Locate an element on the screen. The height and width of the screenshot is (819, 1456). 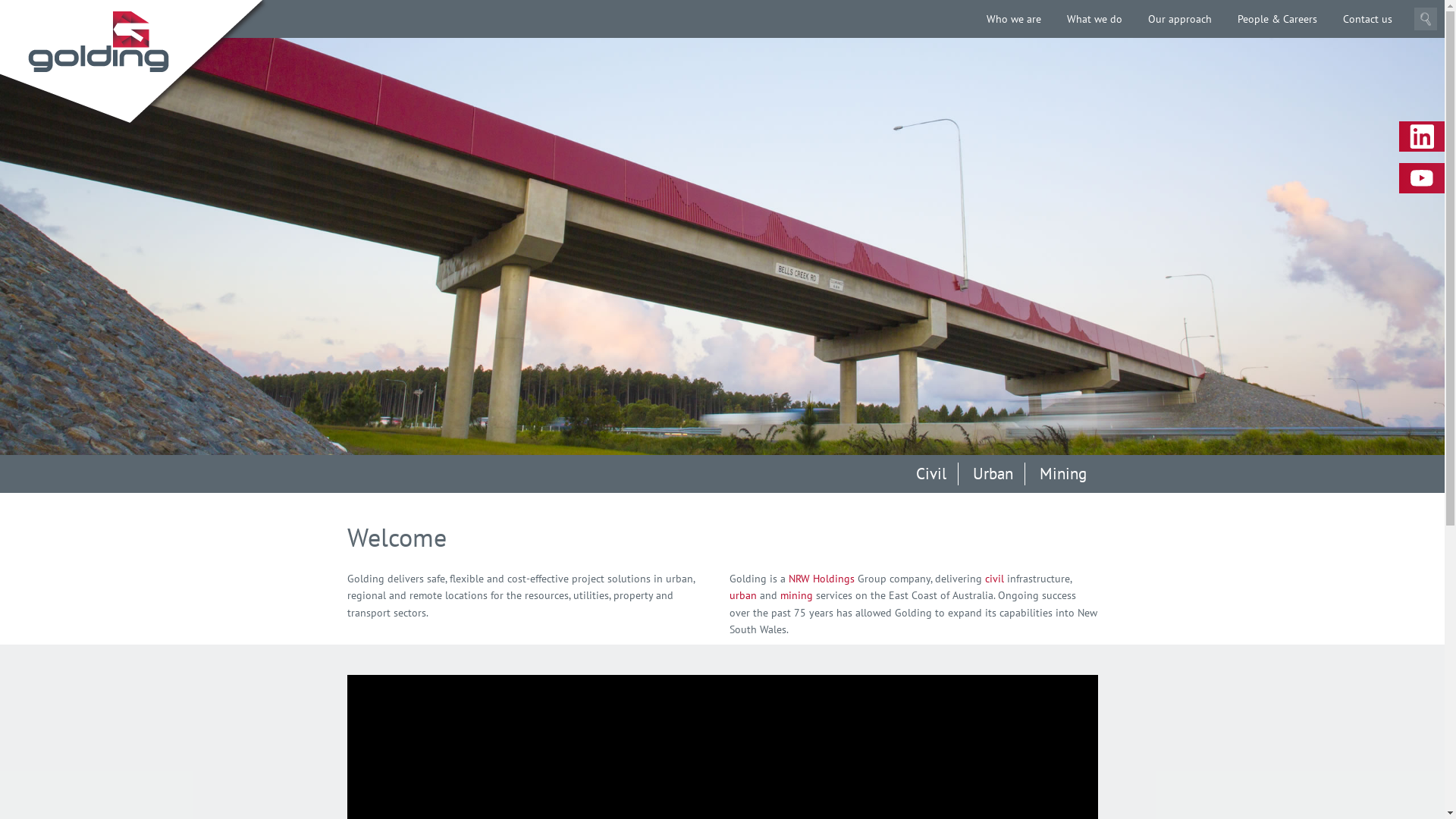
'Who we are' is located at coordinates (1014, 18).